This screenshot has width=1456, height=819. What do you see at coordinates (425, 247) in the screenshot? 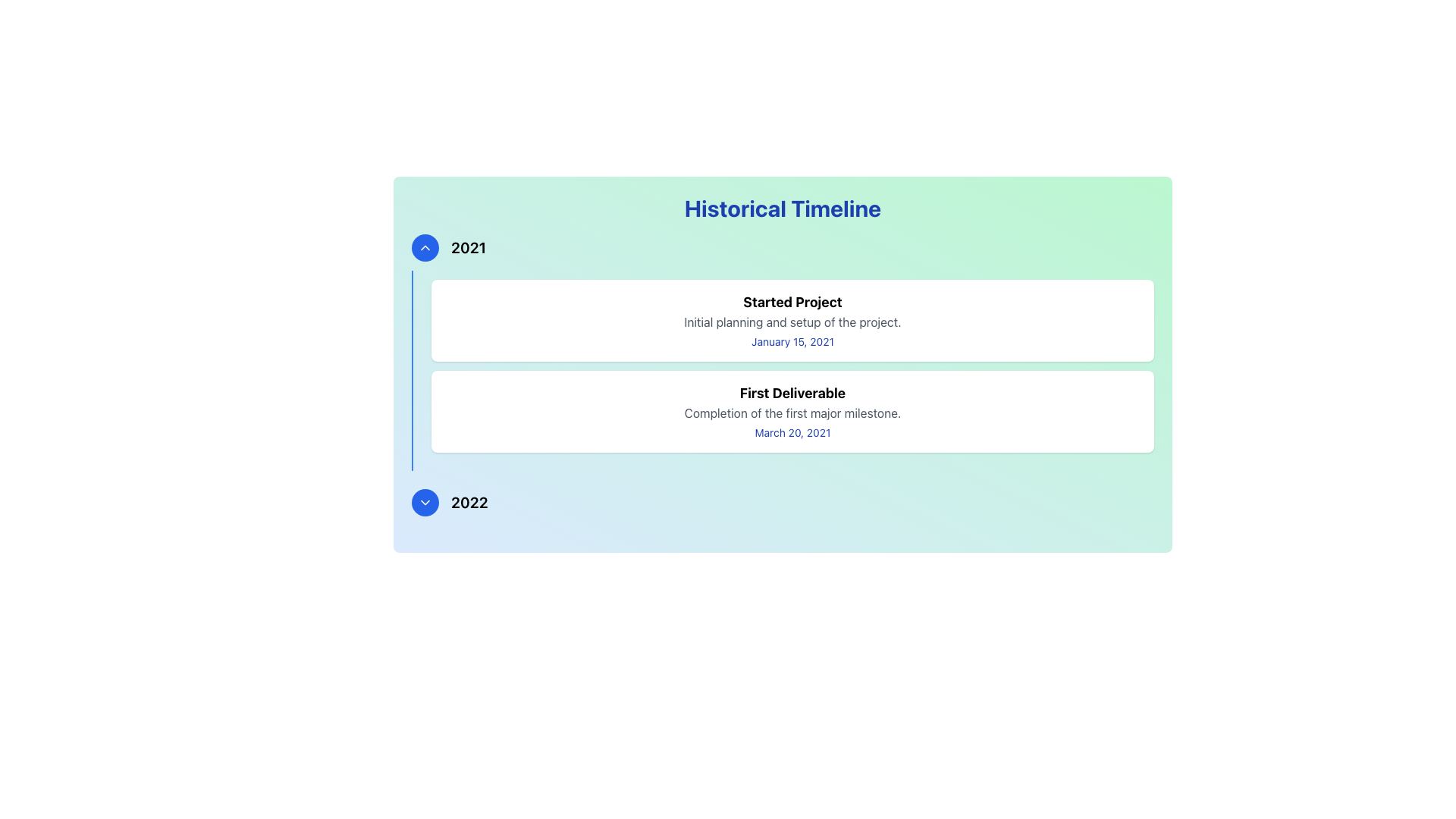
I see `the upward navigation button located in the top-left portion of the timeline interface` at bounding box center [425, 247].